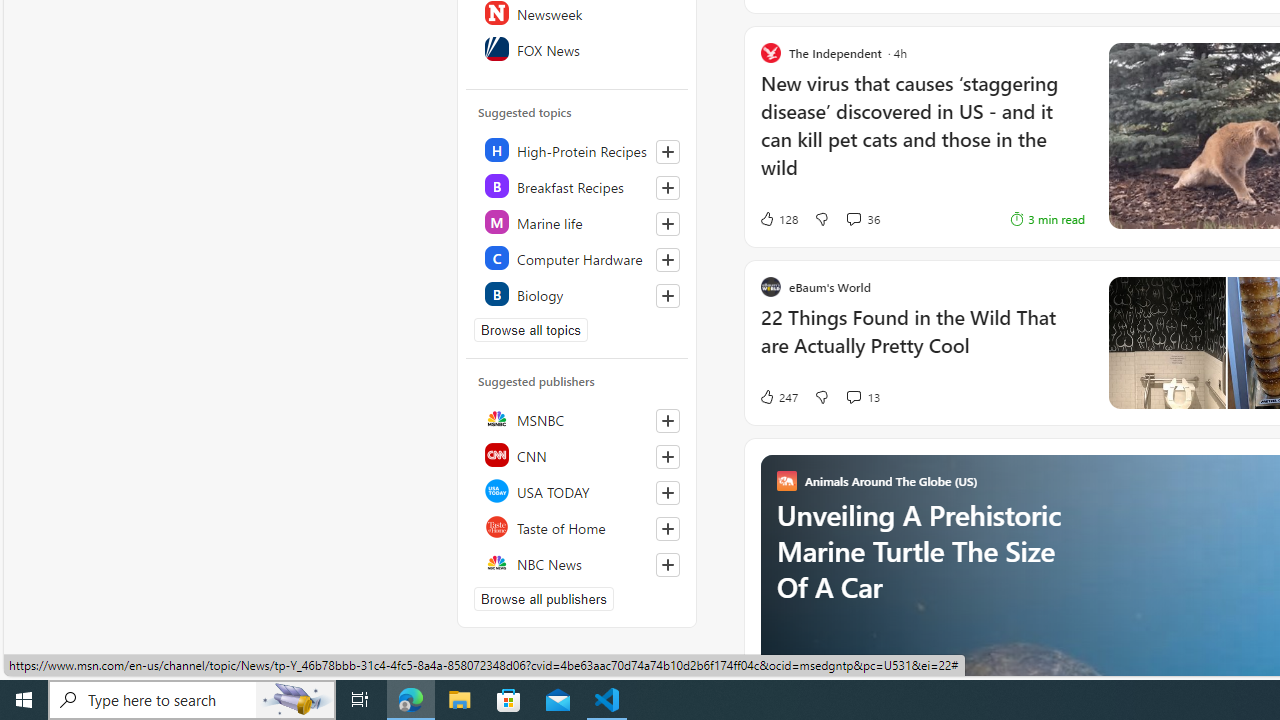  I want to click on 'MSNBC', so click(577, 418).